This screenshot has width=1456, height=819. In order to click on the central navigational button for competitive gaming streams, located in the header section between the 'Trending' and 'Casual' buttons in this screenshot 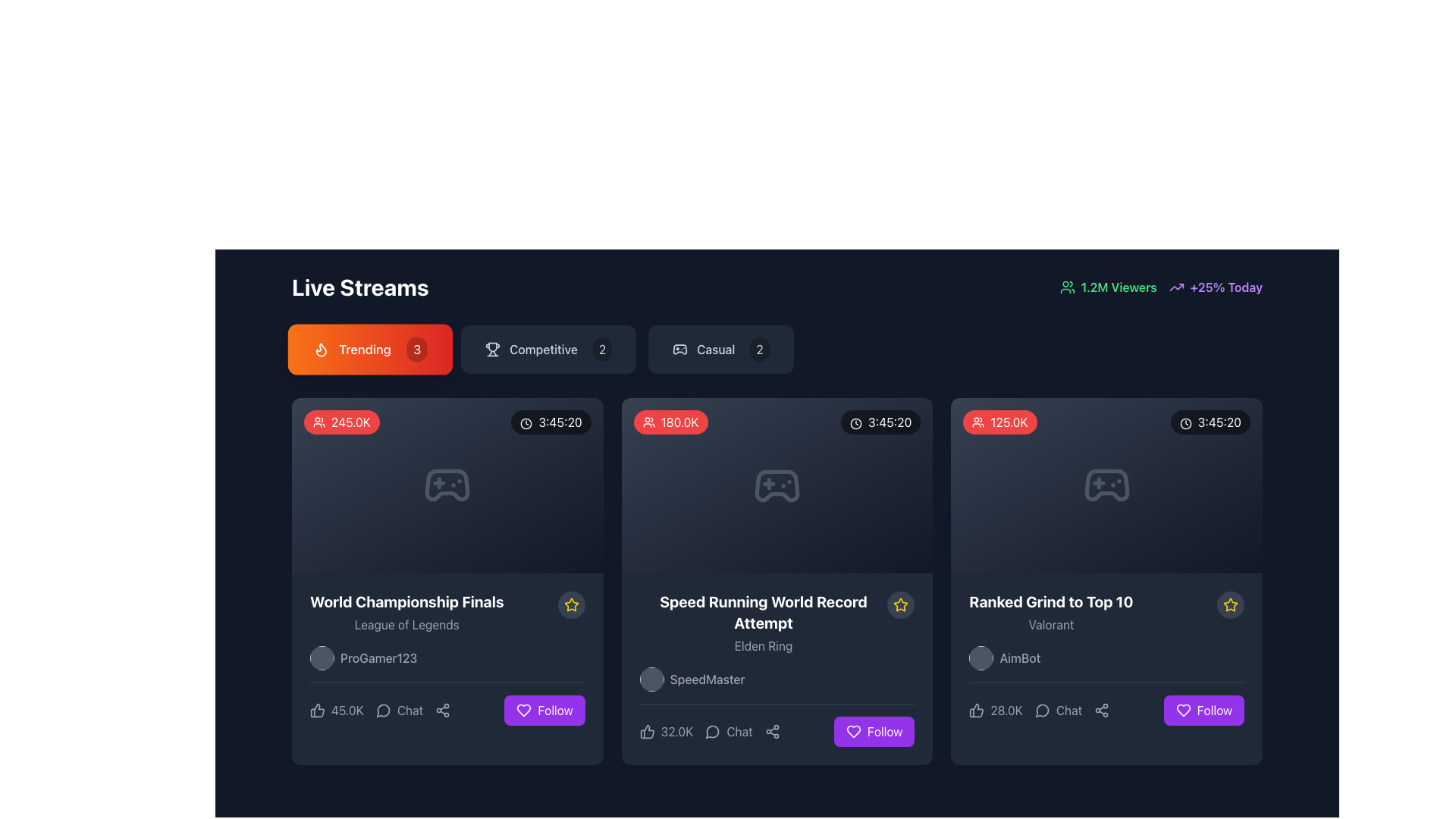, I will do `click(548, 350)`.